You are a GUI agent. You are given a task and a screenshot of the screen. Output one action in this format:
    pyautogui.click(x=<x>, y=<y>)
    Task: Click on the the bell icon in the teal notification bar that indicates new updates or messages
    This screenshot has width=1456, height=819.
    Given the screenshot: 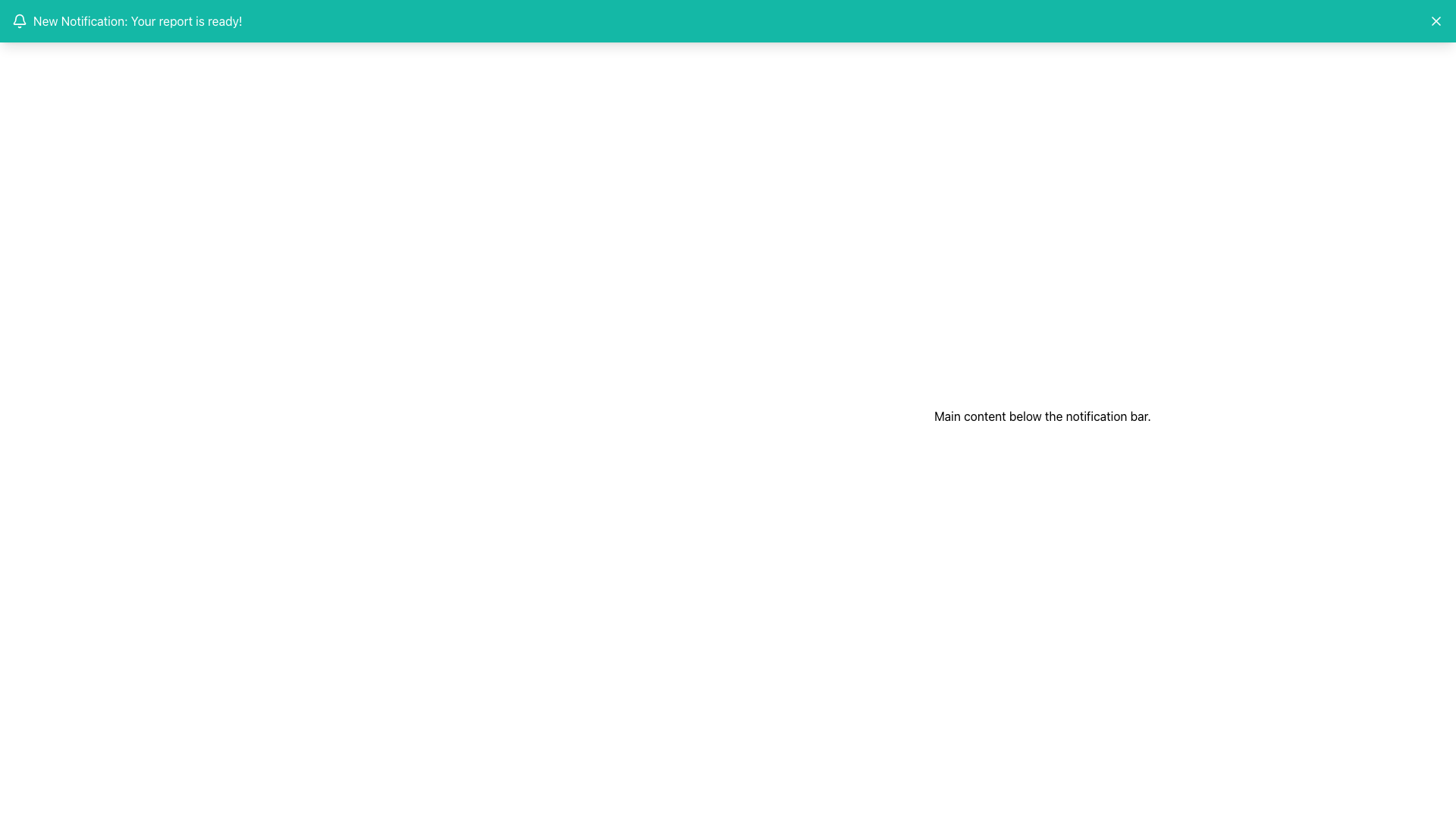 What is the action you would take?
    pyautogui.click(x=19, y=20)
    